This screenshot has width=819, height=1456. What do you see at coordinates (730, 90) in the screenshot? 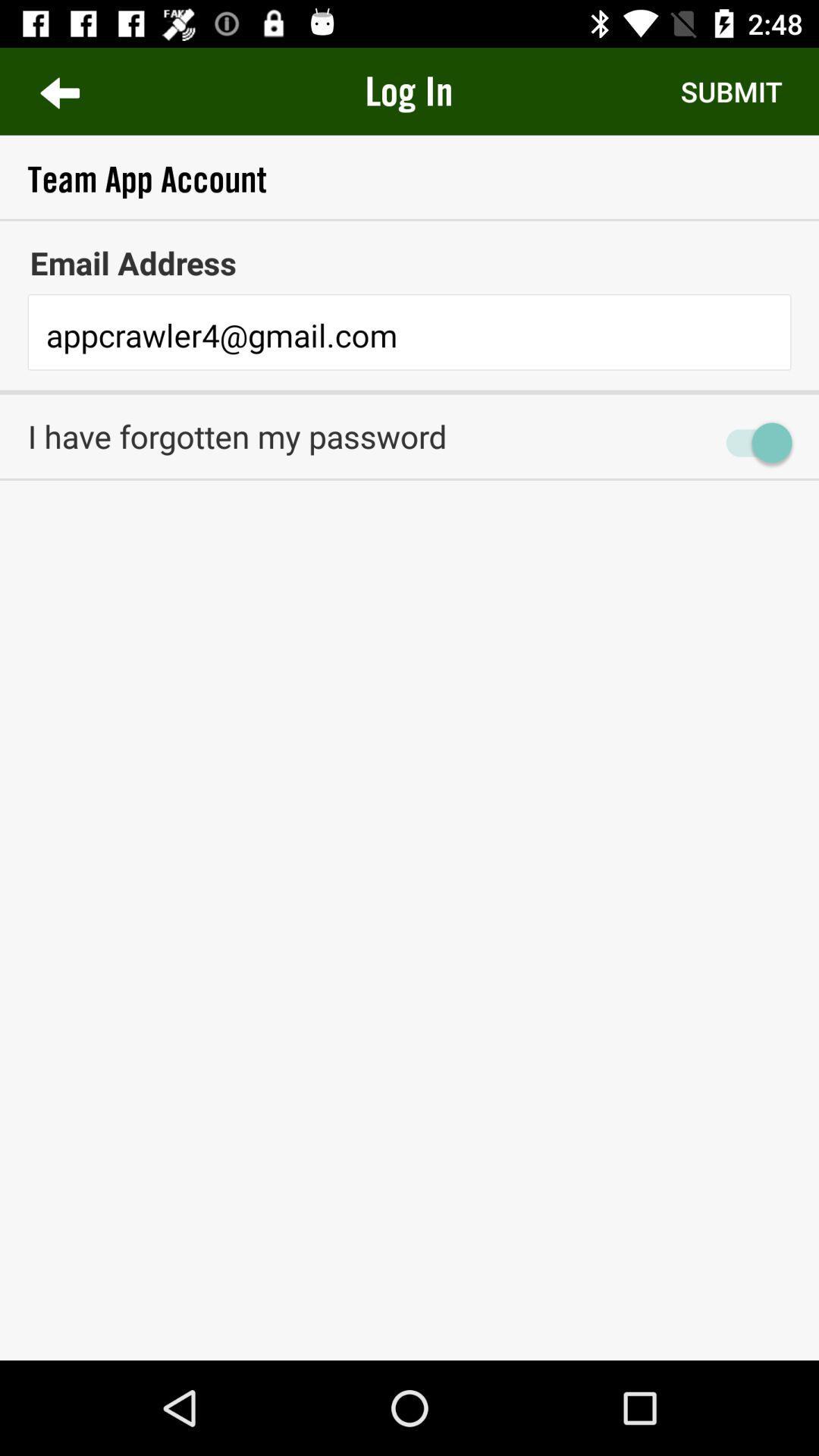
I see `icon above the team app account icon` at bounding box center [730, 90].